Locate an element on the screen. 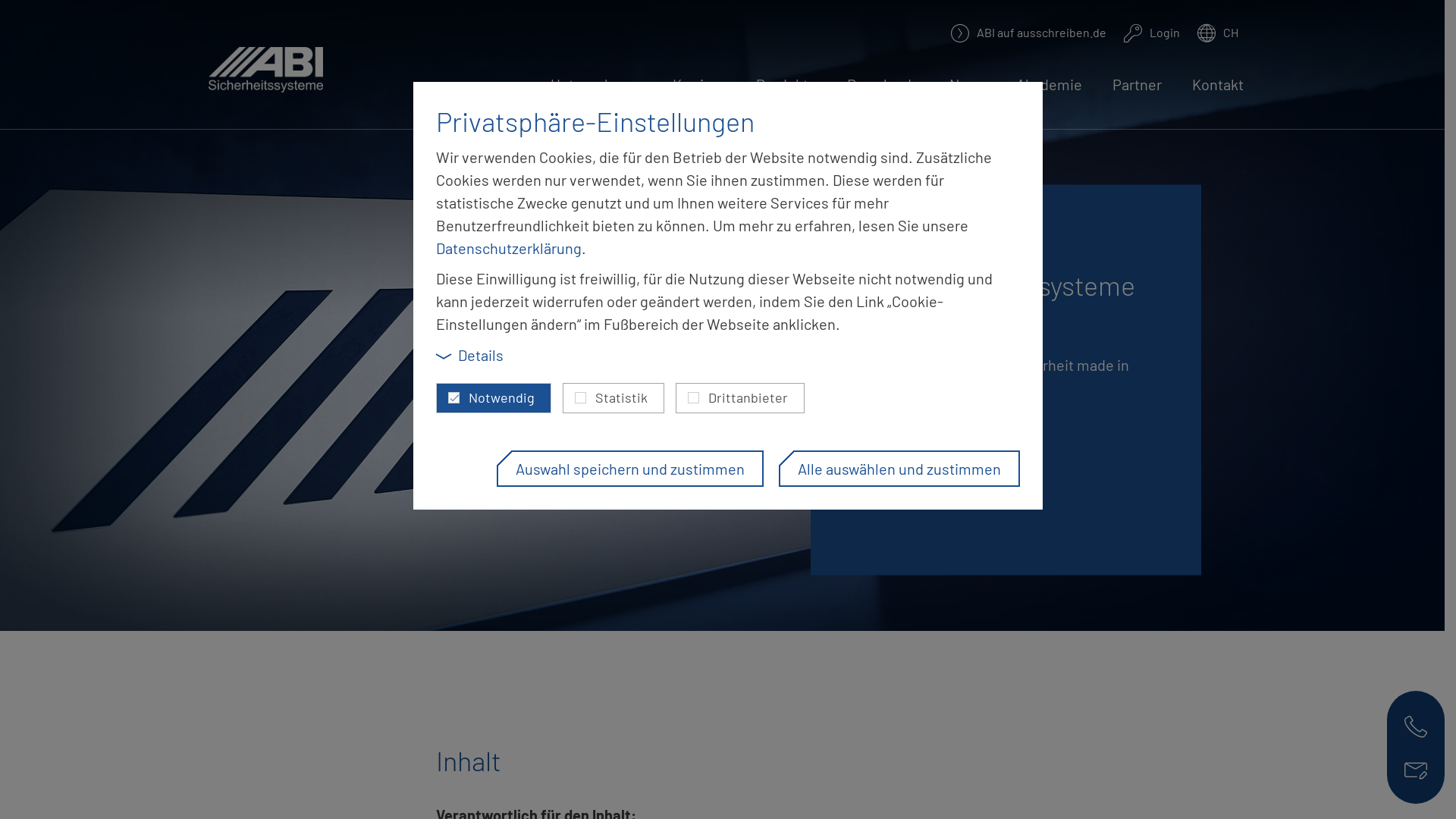 The height and width of the screenshot is (819, 1456). 'CH' is located at coordinates (1218, 32).